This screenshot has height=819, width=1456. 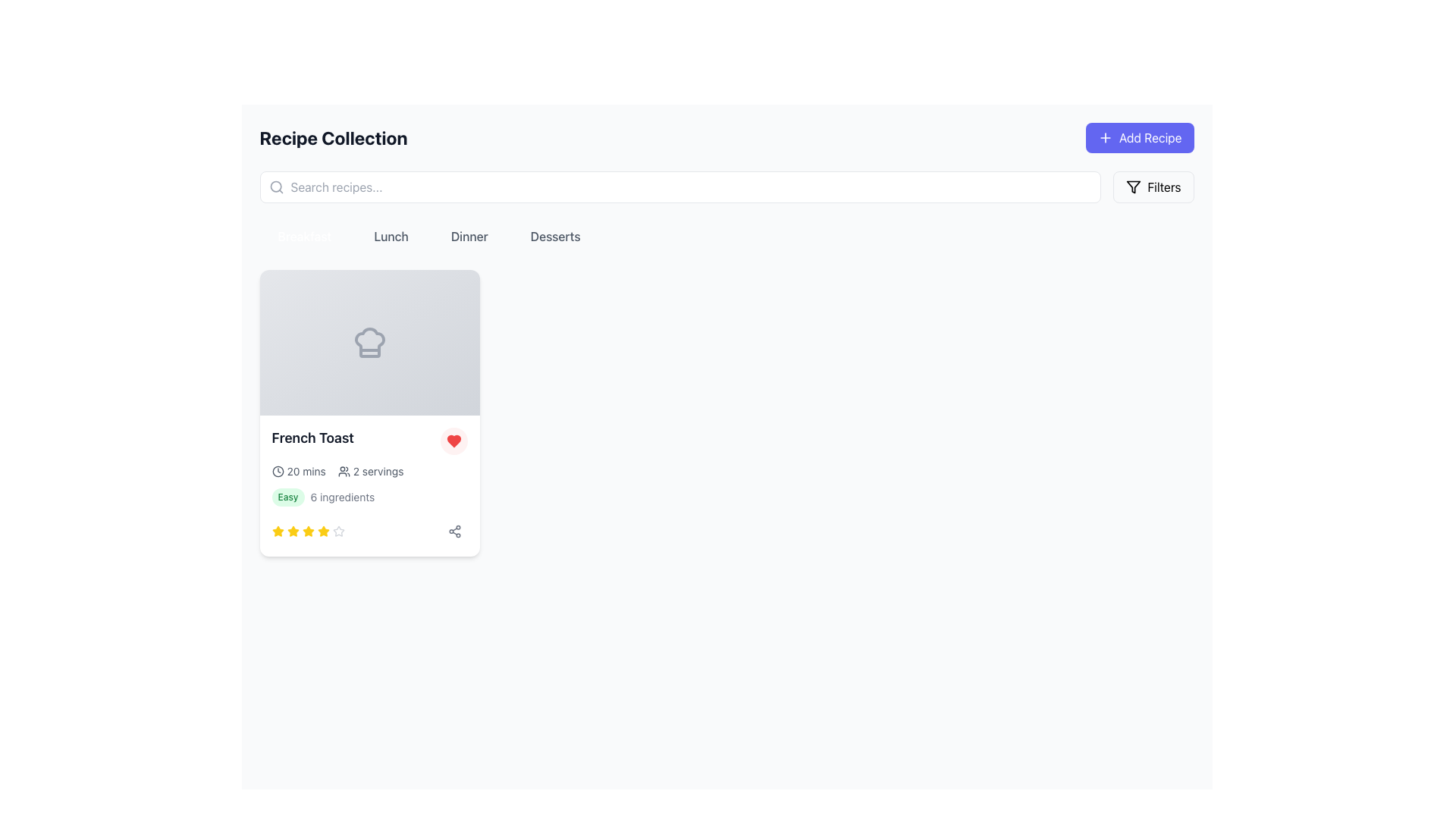 What do you see at coordinates (1140, 137) in the screenshot?
I see `the 'Add Recipe' button, which is a rectangular indigo button with rounded corners and labeled with white text and a '+' icon` at bounding box center [1140, 137].